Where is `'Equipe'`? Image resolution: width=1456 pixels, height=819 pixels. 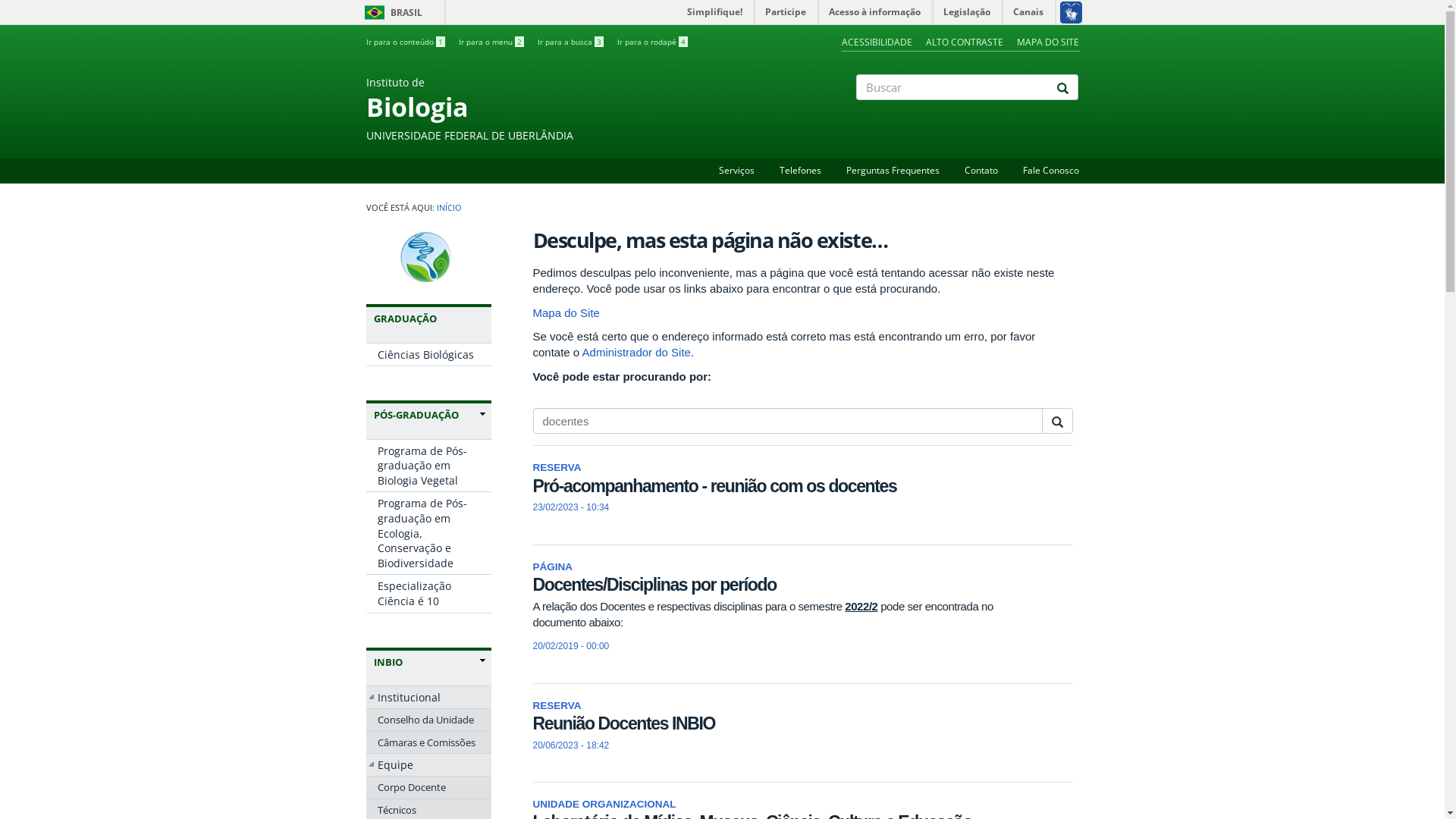
'Equipe' is located at coordinates (427, 765).